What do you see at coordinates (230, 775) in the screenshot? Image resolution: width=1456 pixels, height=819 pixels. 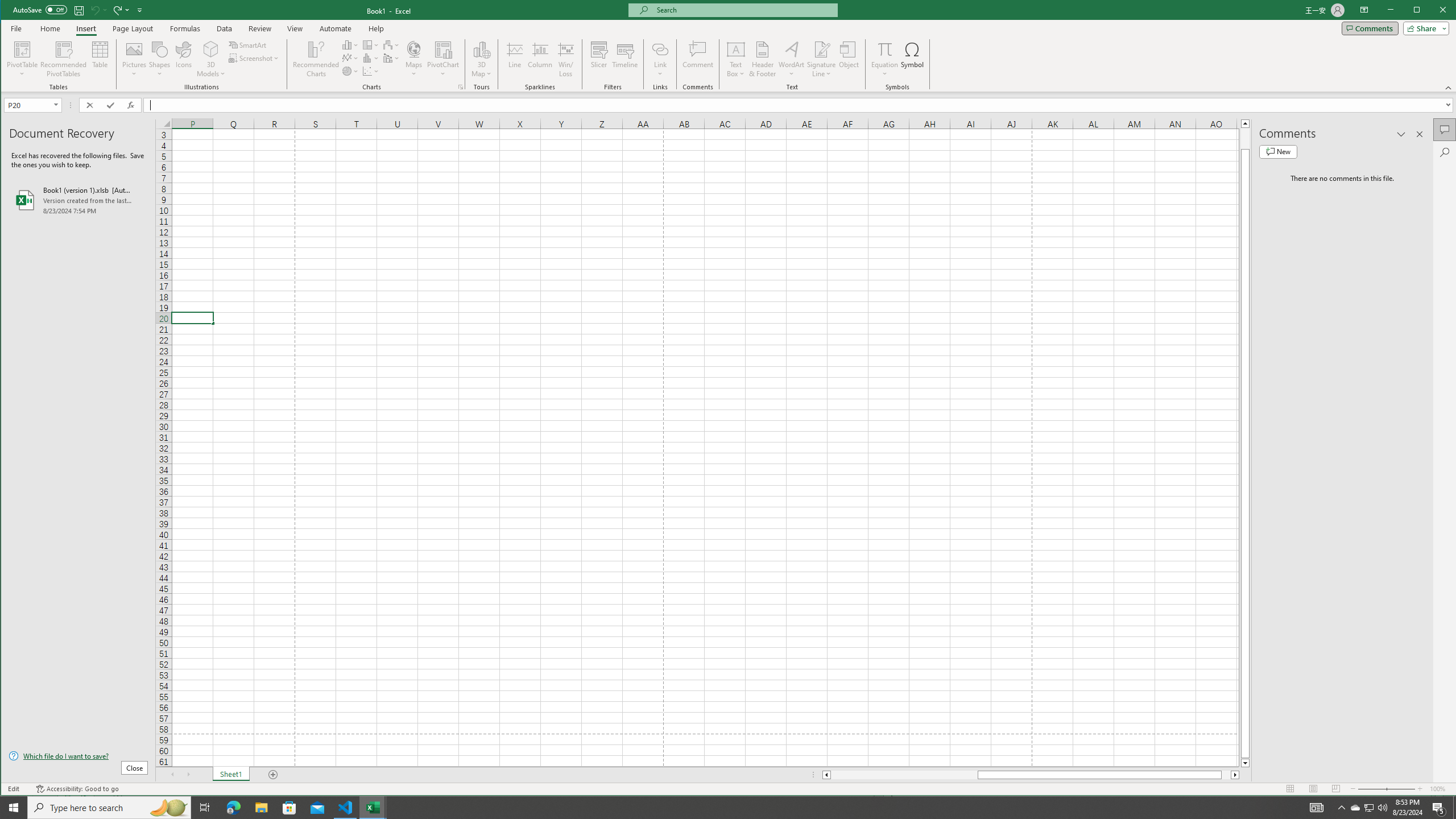 I see `'Sheet1'` at bounding box center [230, 775].